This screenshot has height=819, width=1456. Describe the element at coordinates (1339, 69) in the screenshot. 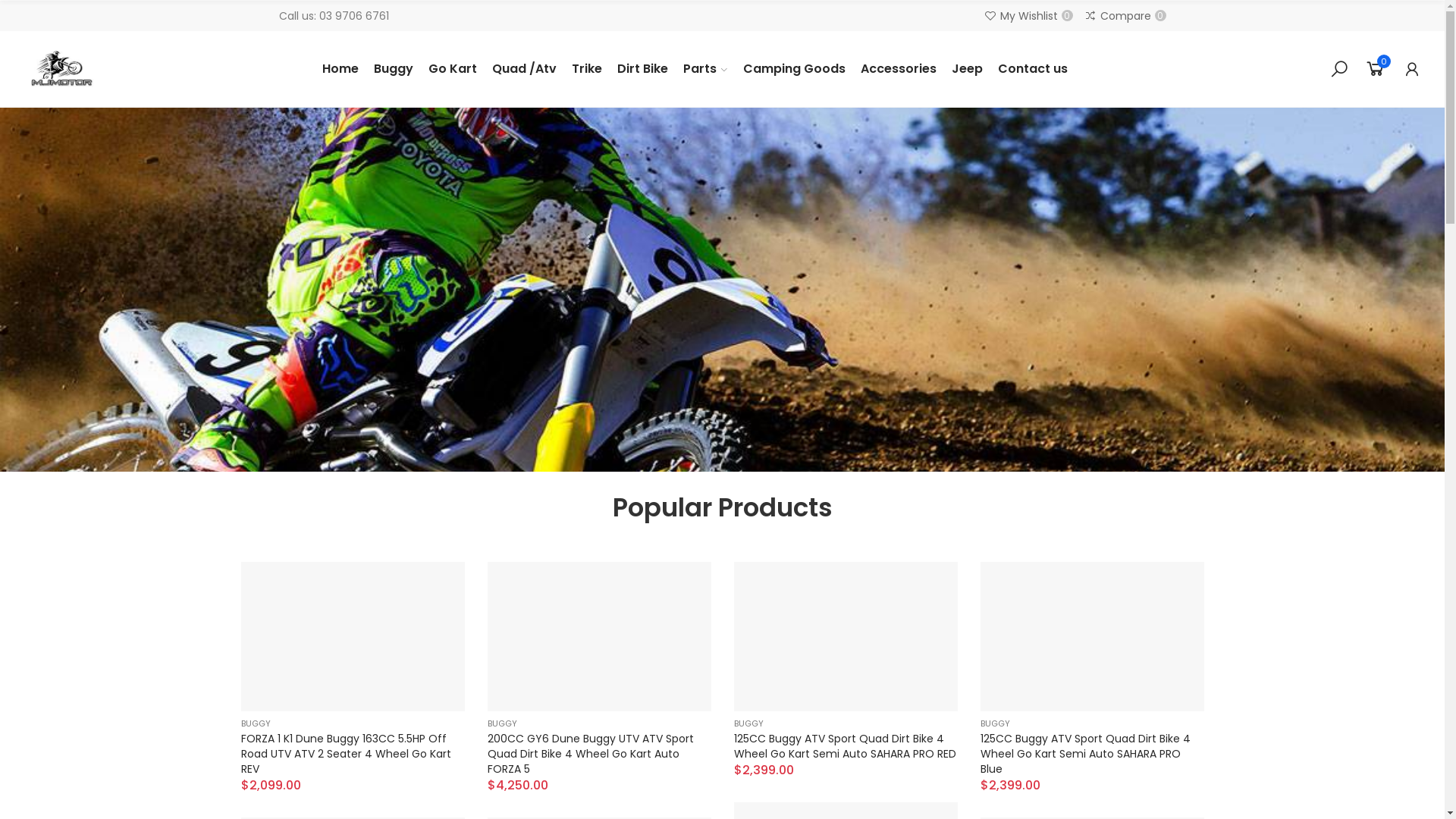

I see `'Search'` at that location.